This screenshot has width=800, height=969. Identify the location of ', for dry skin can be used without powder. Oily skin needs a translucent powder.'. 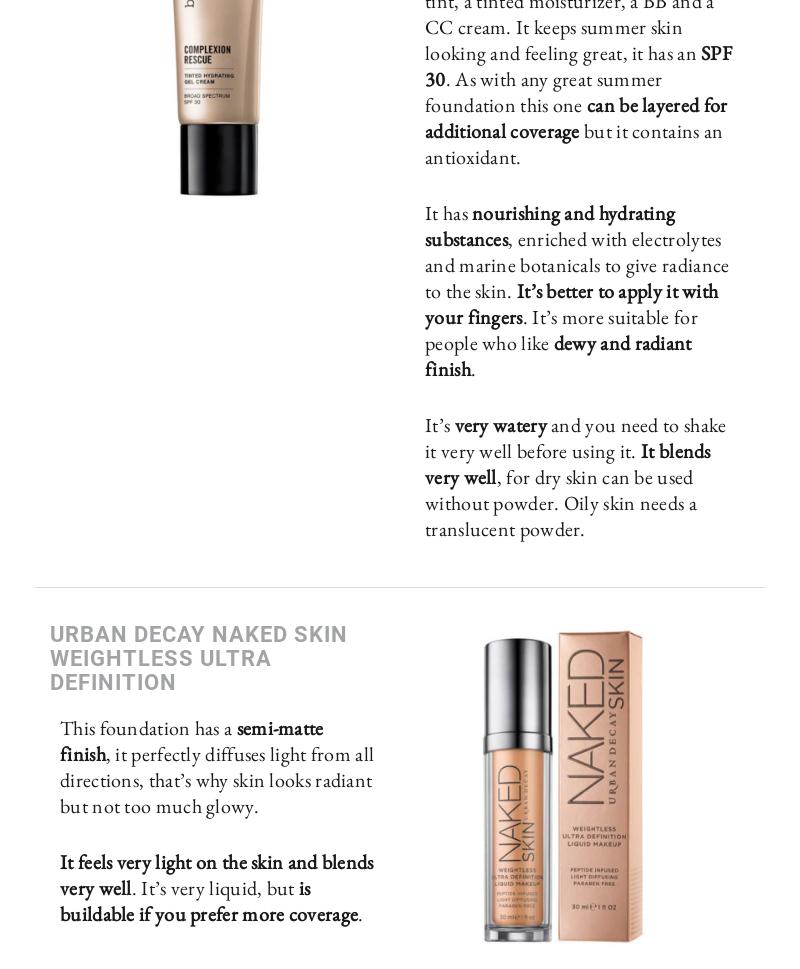
(560, 502).